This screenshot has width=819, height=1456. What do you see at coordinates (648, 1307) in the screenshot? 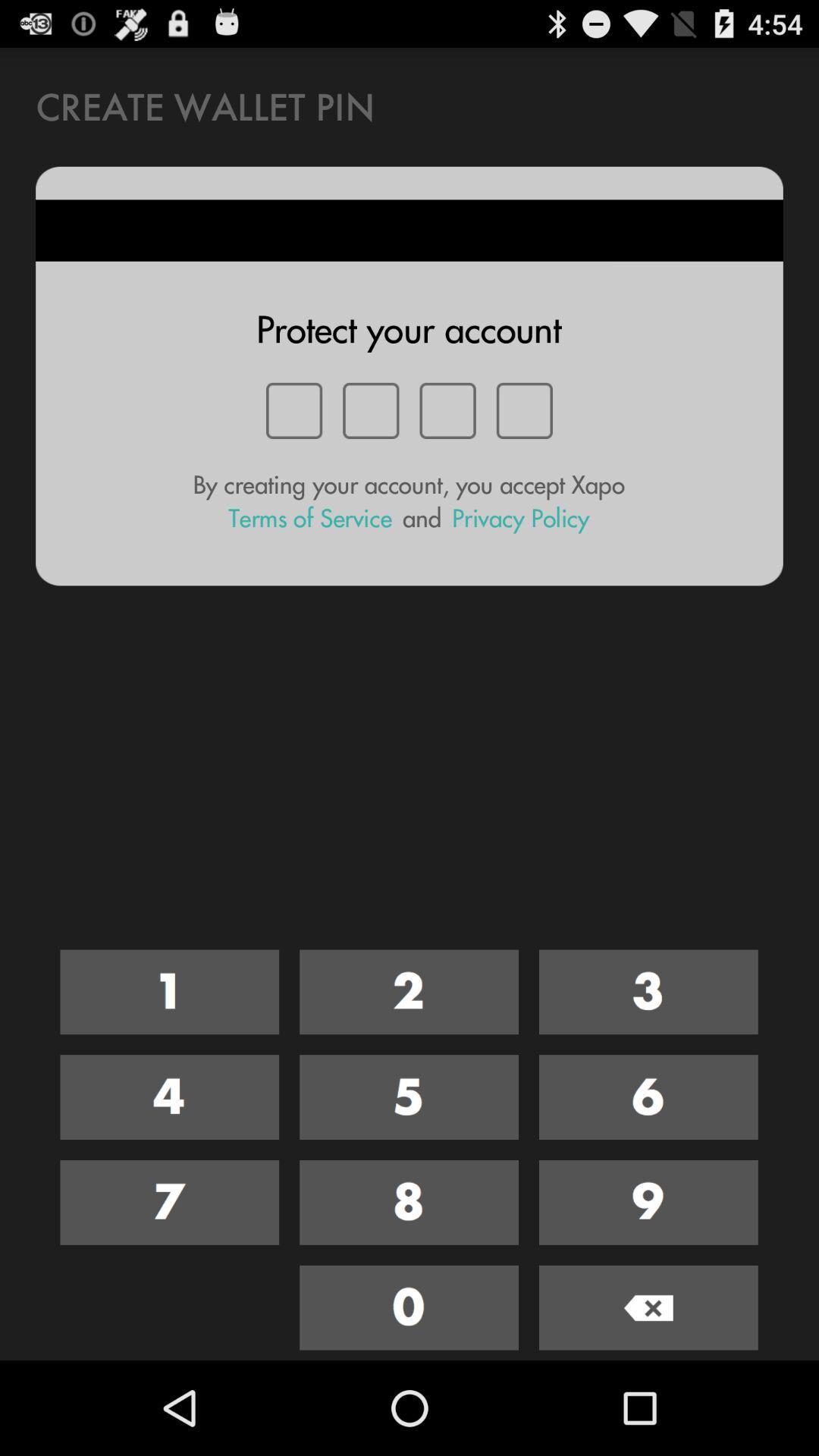
I see `delete single character entry` at bounding box center [648, 1307].